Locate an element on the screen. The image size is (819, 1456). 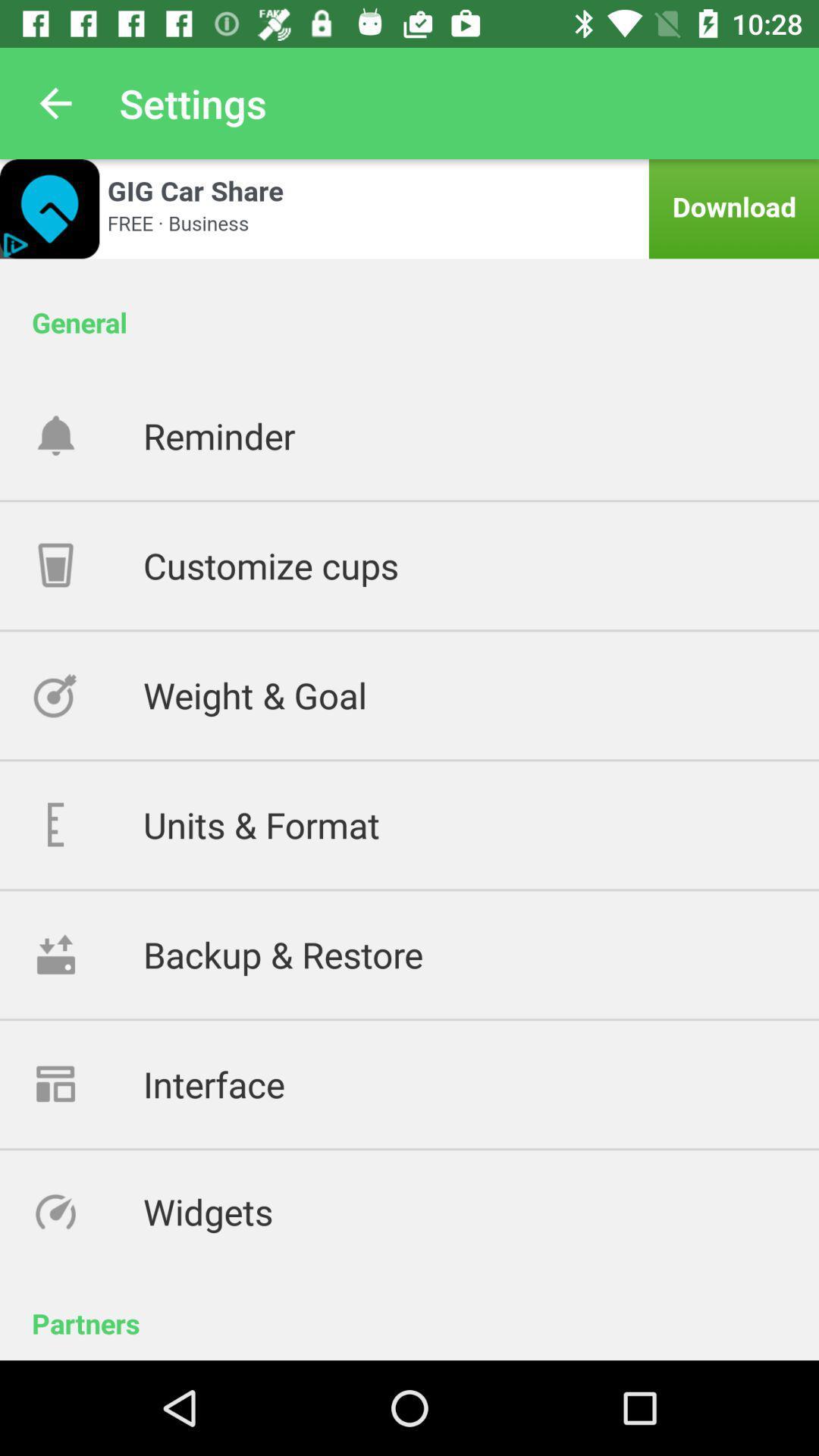
the bell symbol is located at coordinates (87, 435).